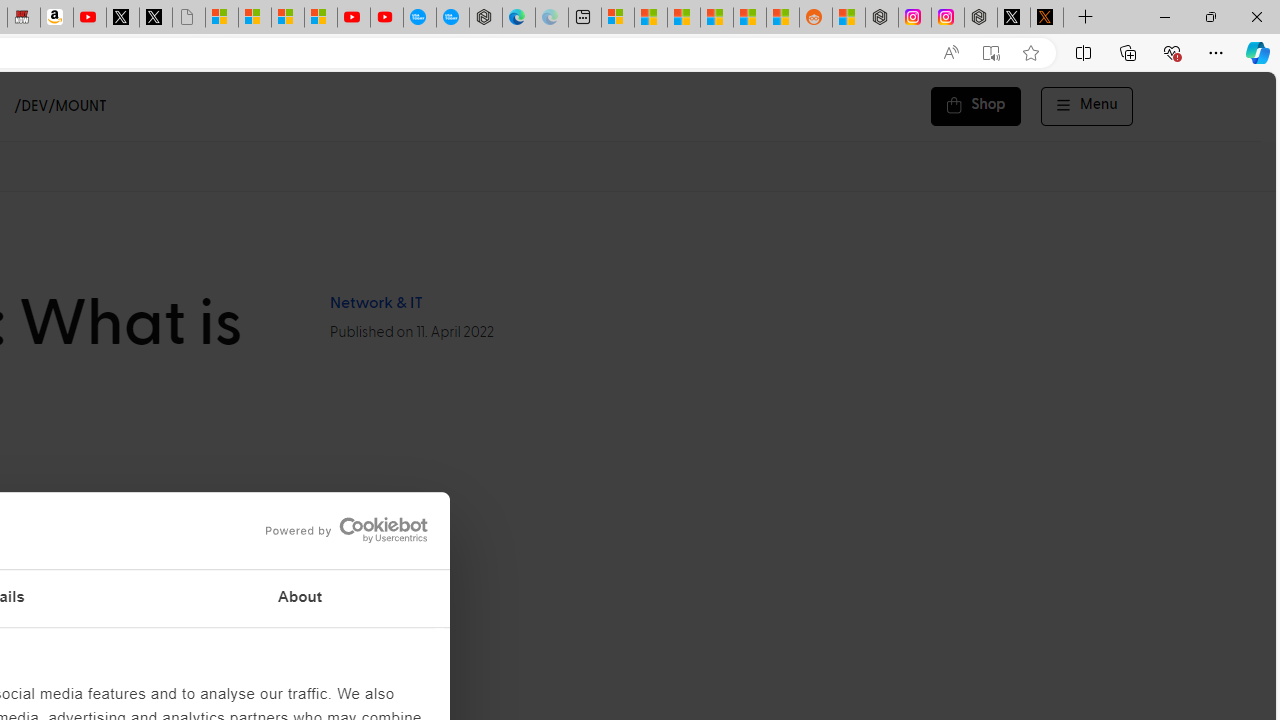 The height and width of the screenshot is (720, 1280). Describe the element at coordinates (781, 17) in the screenshot. I see `'Shanghai, China Weather trends | Microsoft Weather'` at that location.